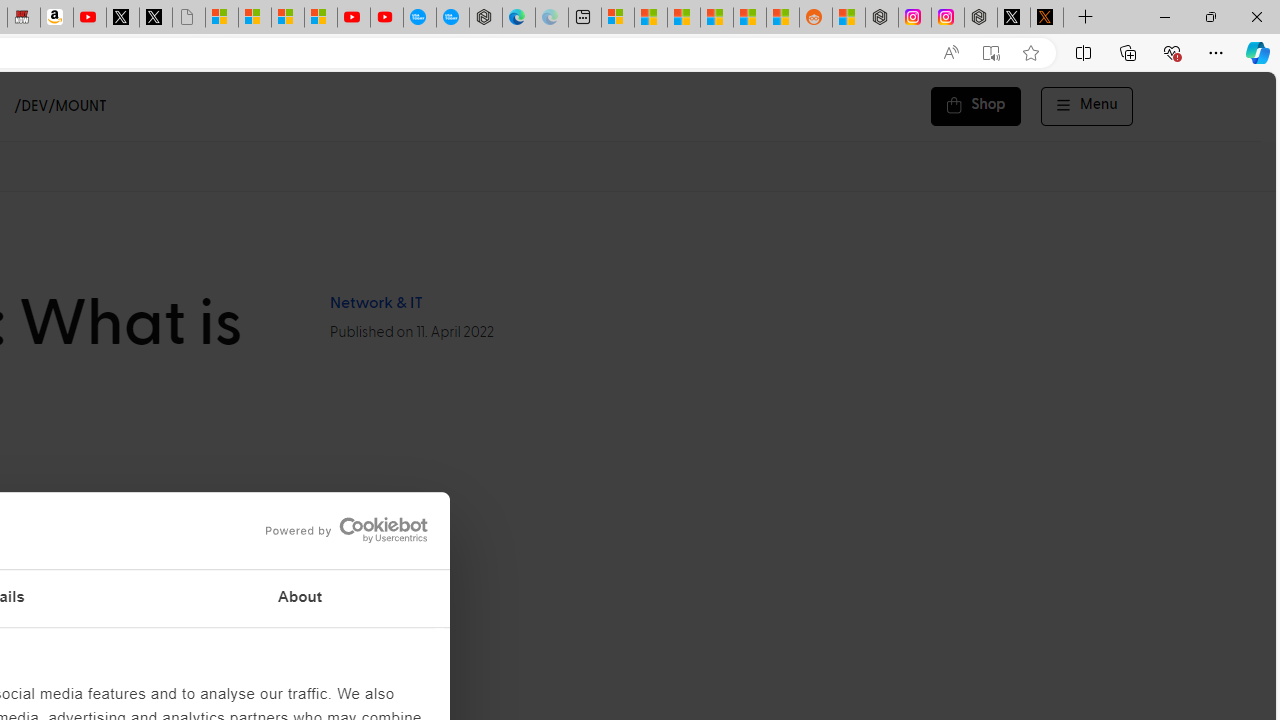 The height and width of the screenshot is (720, 1280). Describe the element at coordinates (781, 17) in the screenshot. I see `'Shanghai, China Weather trends | Microsoft Weather'` at that location.